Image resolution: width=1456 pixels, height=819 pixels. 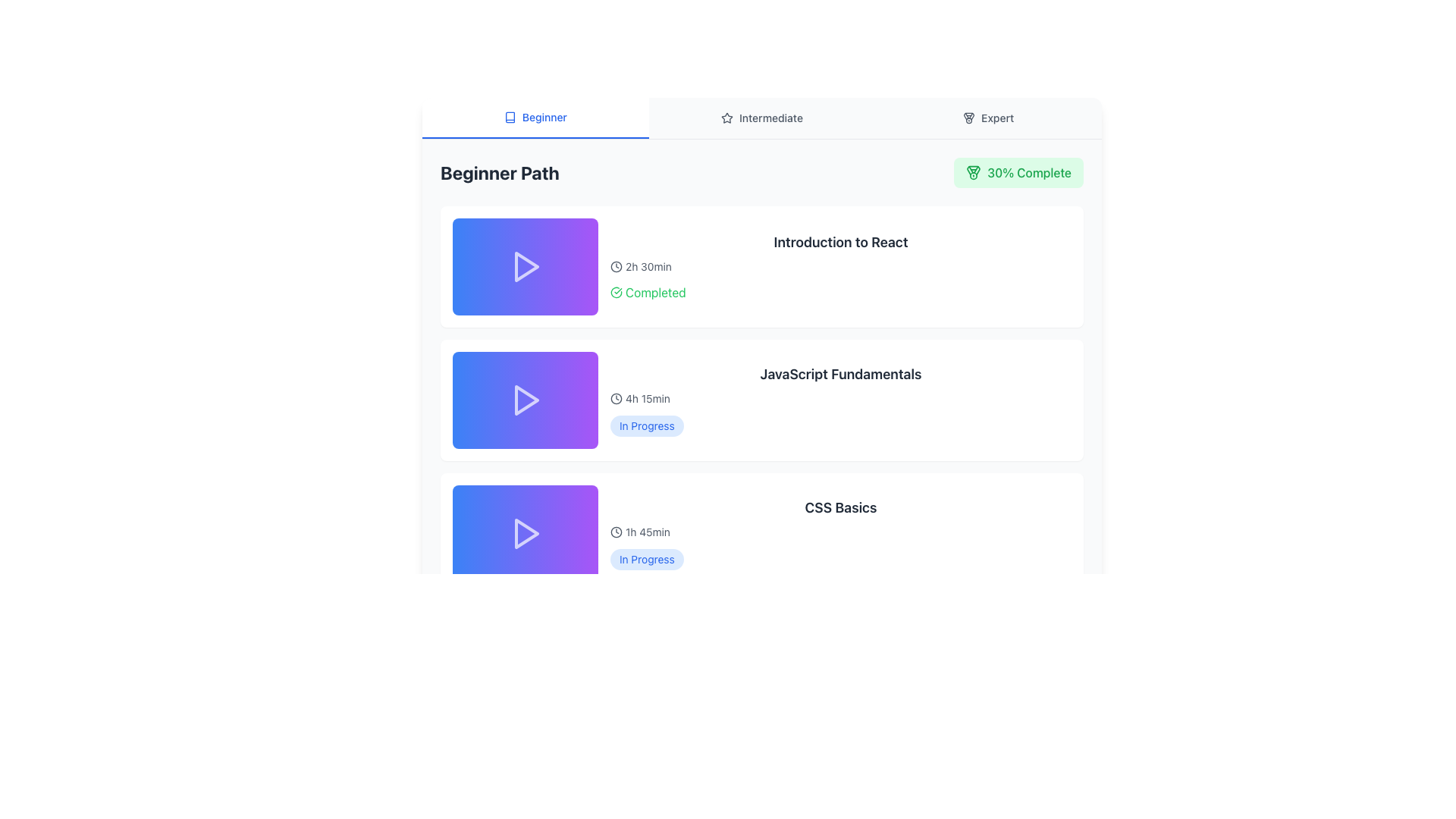 What do you see at coordinates (988, 117) in the screenshot?
I see `the 'Expert' button, which is the third button in a sequence of three labeled 'Beginner', 'Intermediate', and 'Expert'` at bounding box center [988, 117].